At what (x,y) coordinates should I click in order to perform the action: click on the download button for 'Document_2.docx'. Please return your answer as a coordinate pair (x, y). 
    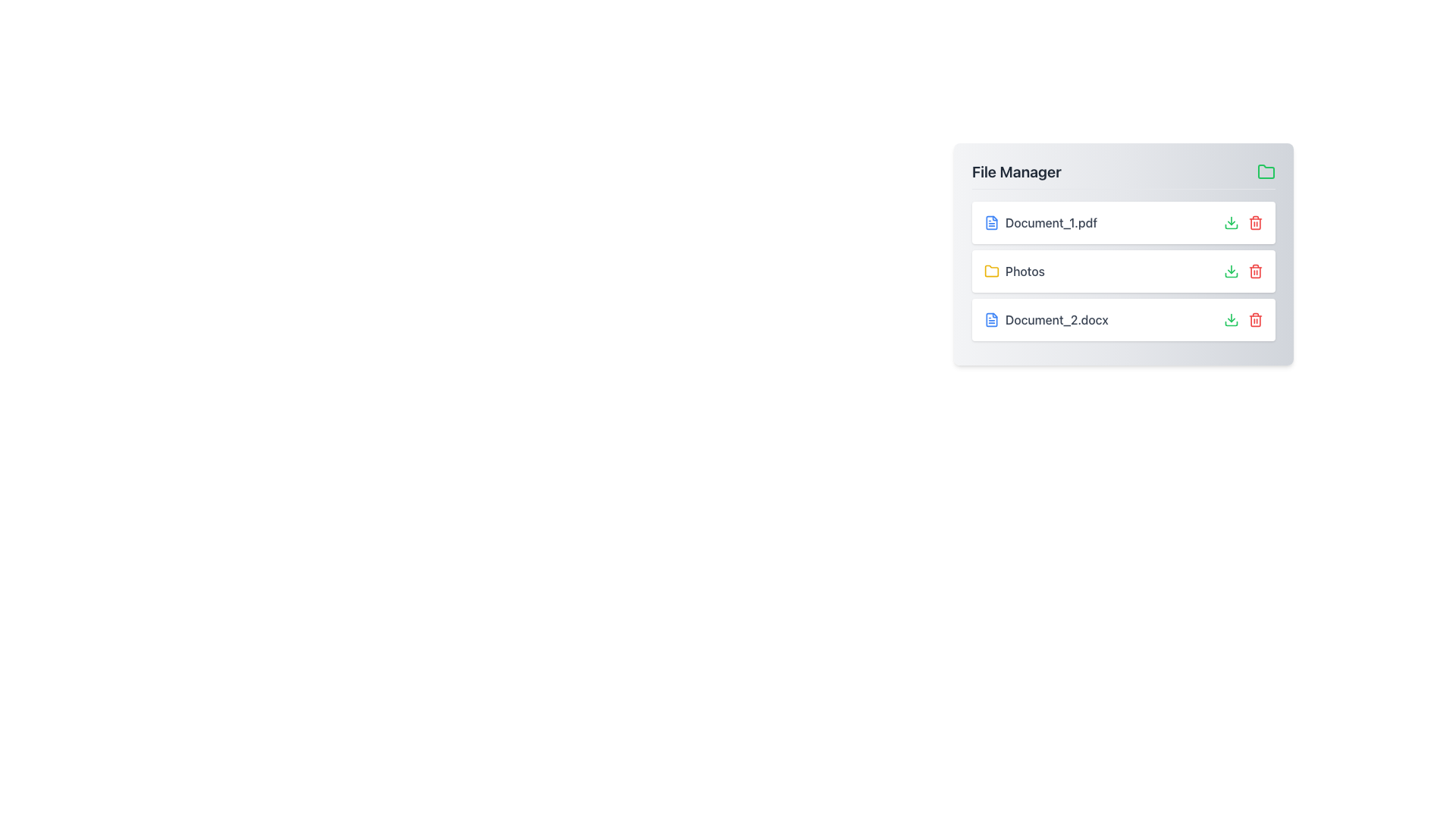
    Looking at the image, I should click on (1231, 318).